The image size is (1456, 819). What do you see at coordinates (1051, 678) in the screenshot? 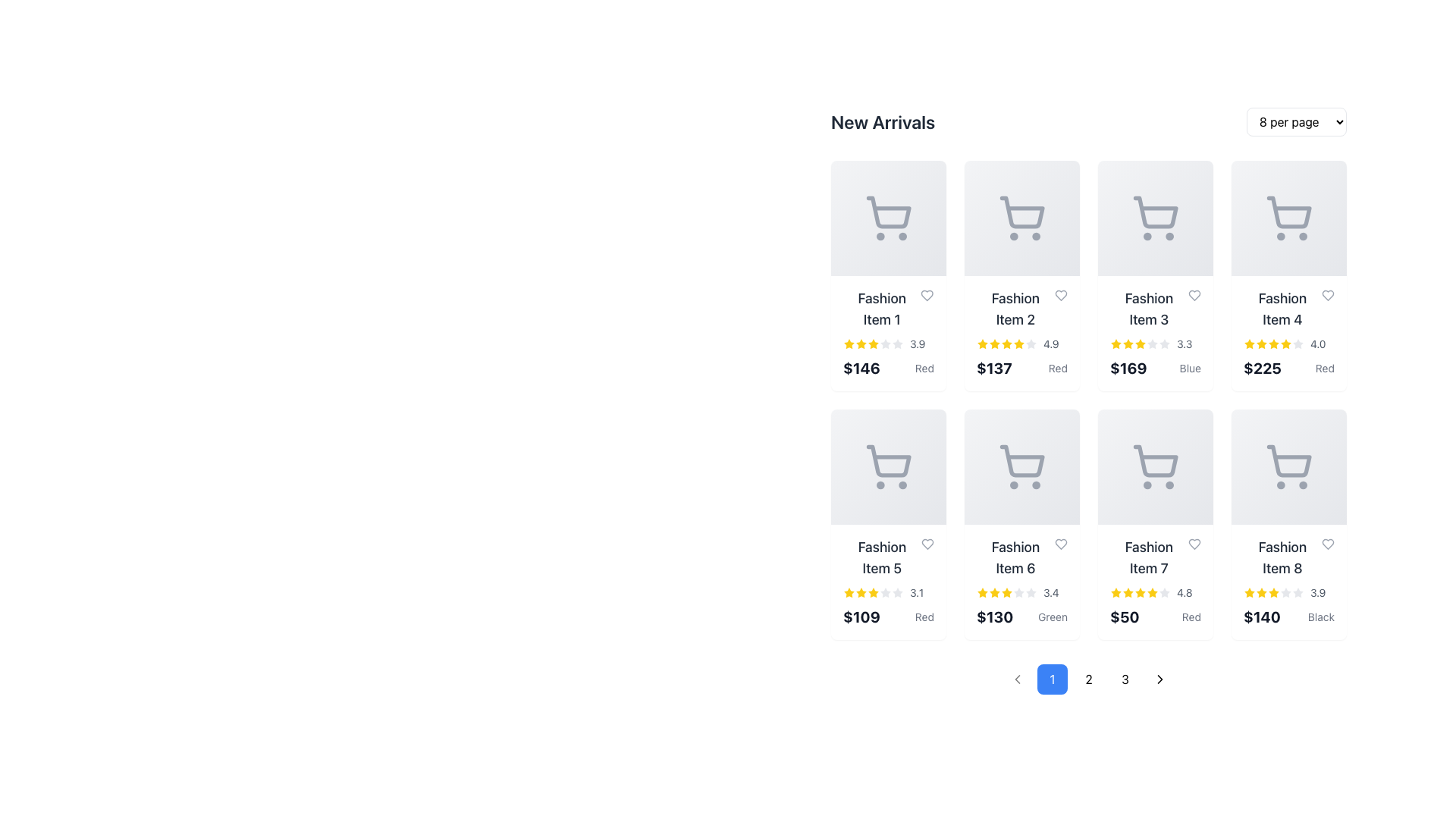
I see `the first pagination button located at the bottom center of the interface` at bounding box center [1051, 678].